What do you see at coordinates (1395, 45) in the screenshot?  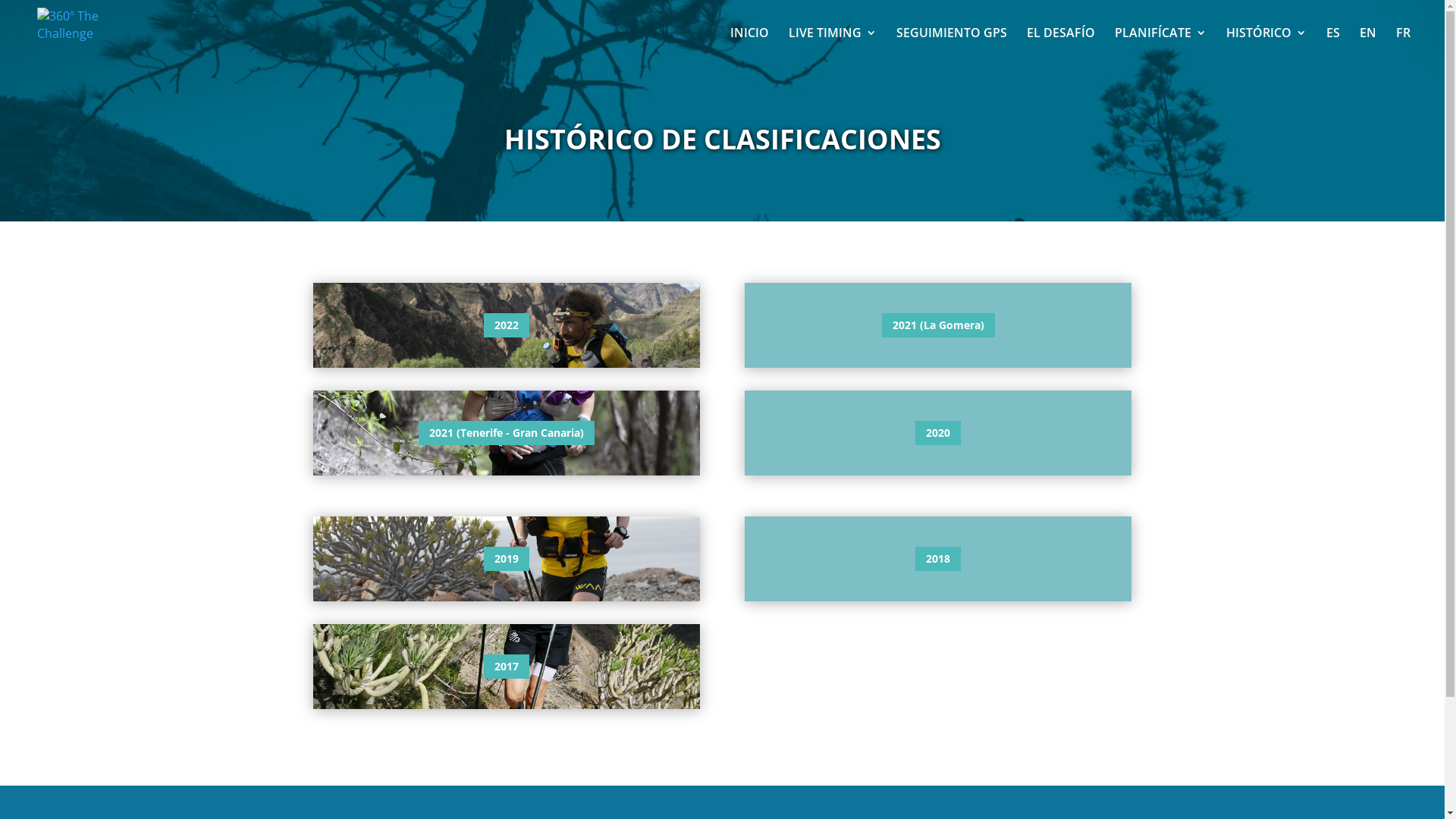 I see `'FR'` at bounding box center [1395, 45].